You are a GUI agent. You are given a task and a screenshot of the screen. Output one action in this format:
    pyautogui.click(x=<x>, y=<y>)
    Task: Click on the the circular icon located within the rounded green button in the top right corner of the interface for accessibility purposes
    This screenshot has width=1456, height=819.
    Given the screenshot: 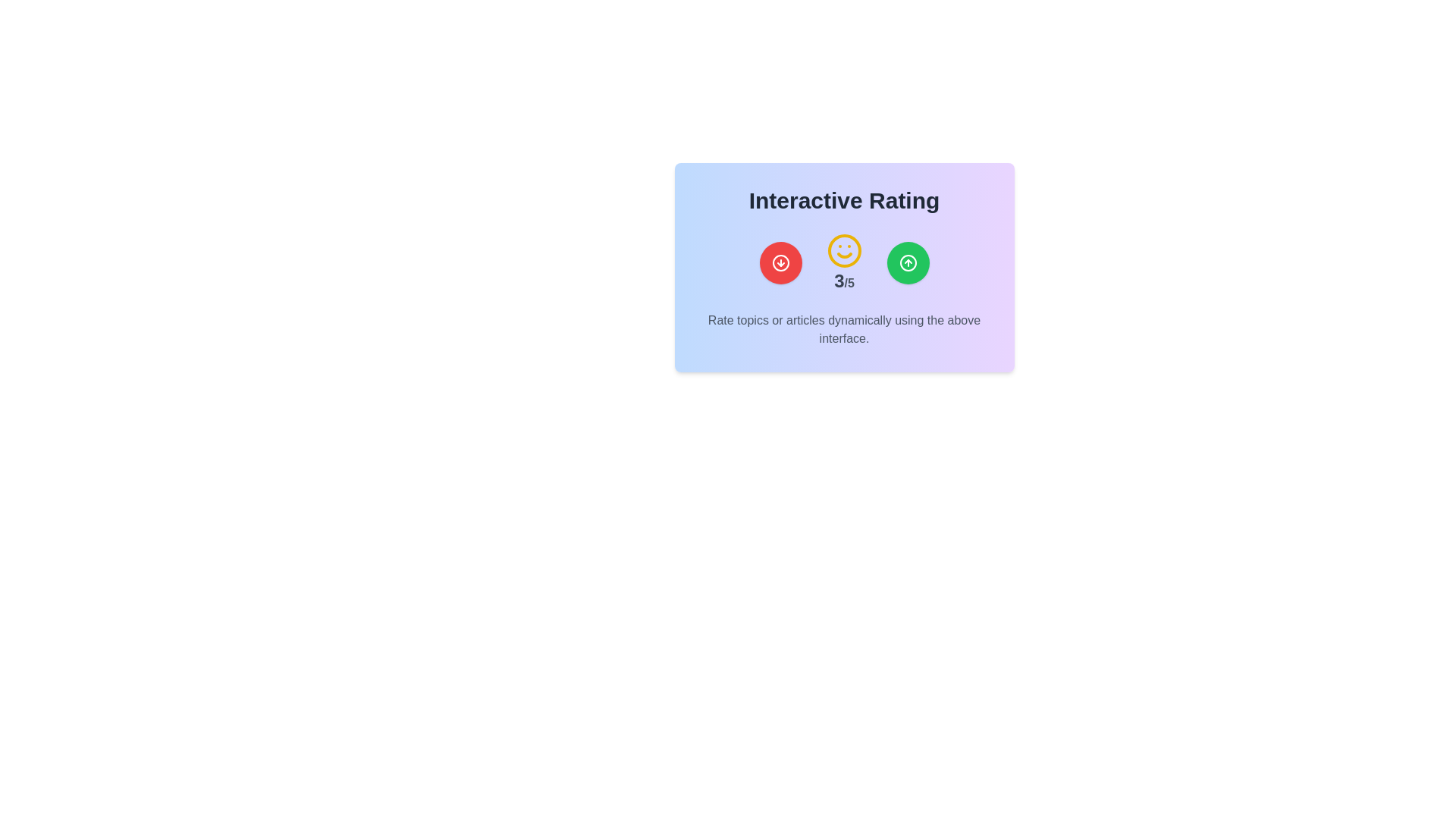 What is the action you would take?
    pyautogui.click(x=908, y=262)
    